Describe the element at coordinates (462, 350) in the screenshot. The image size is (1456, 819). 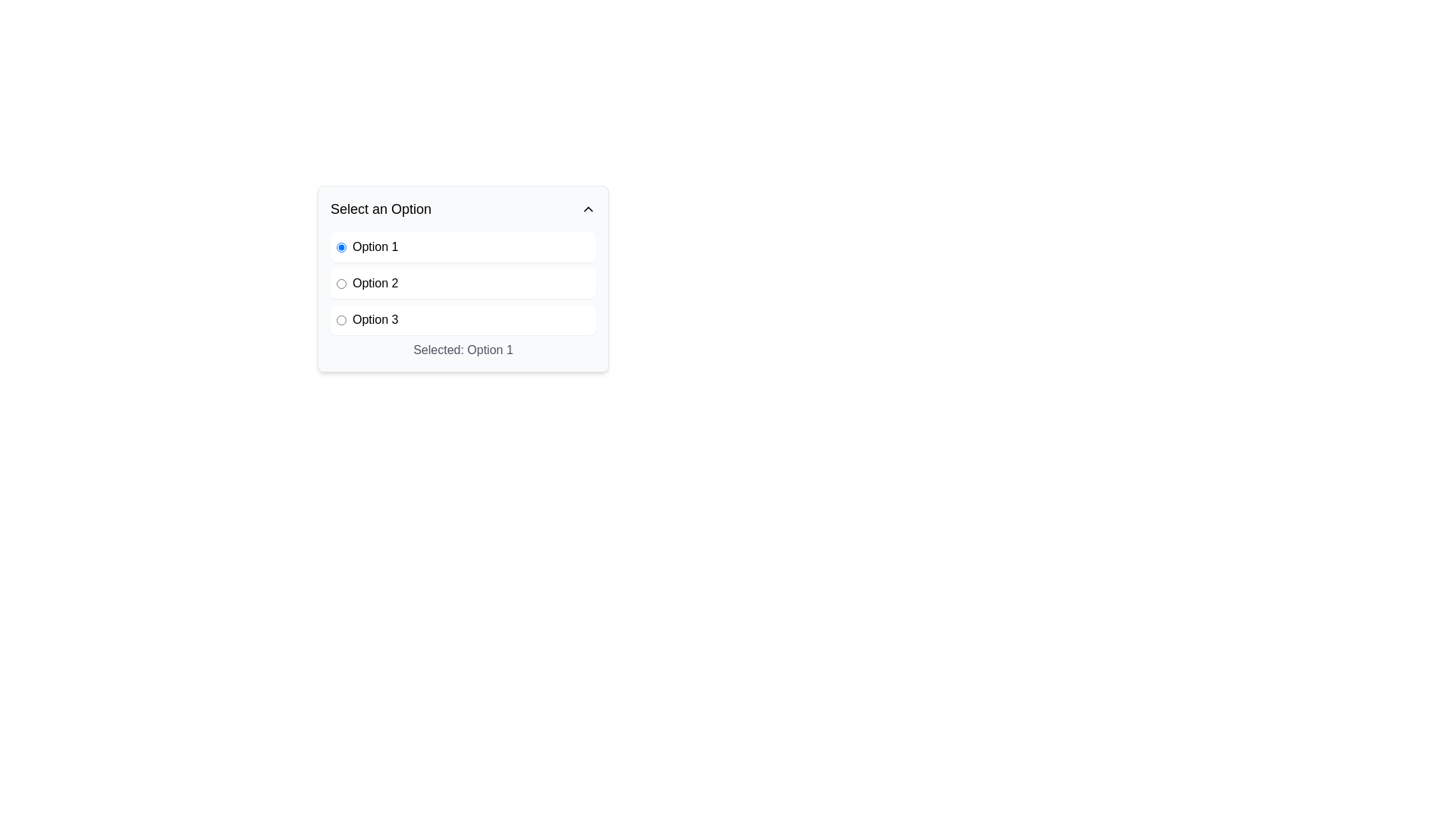
I see `the text label displaying 'Selected: Option 1', which is styled with a medium font size and gray color, positioned below the selectable options in a bordered card` at that location.